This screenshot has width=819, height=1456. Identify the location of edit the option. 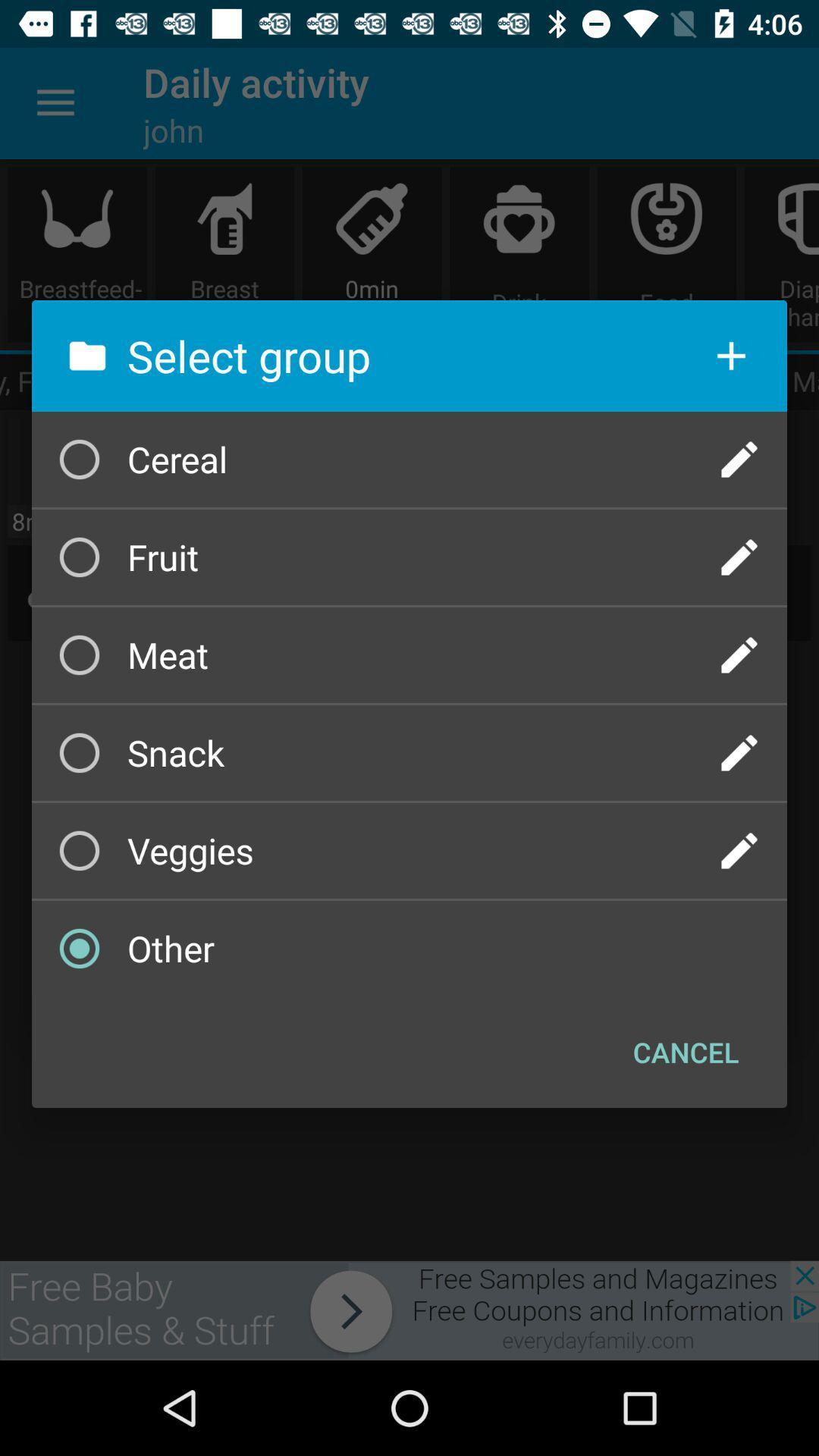
(739, 458).